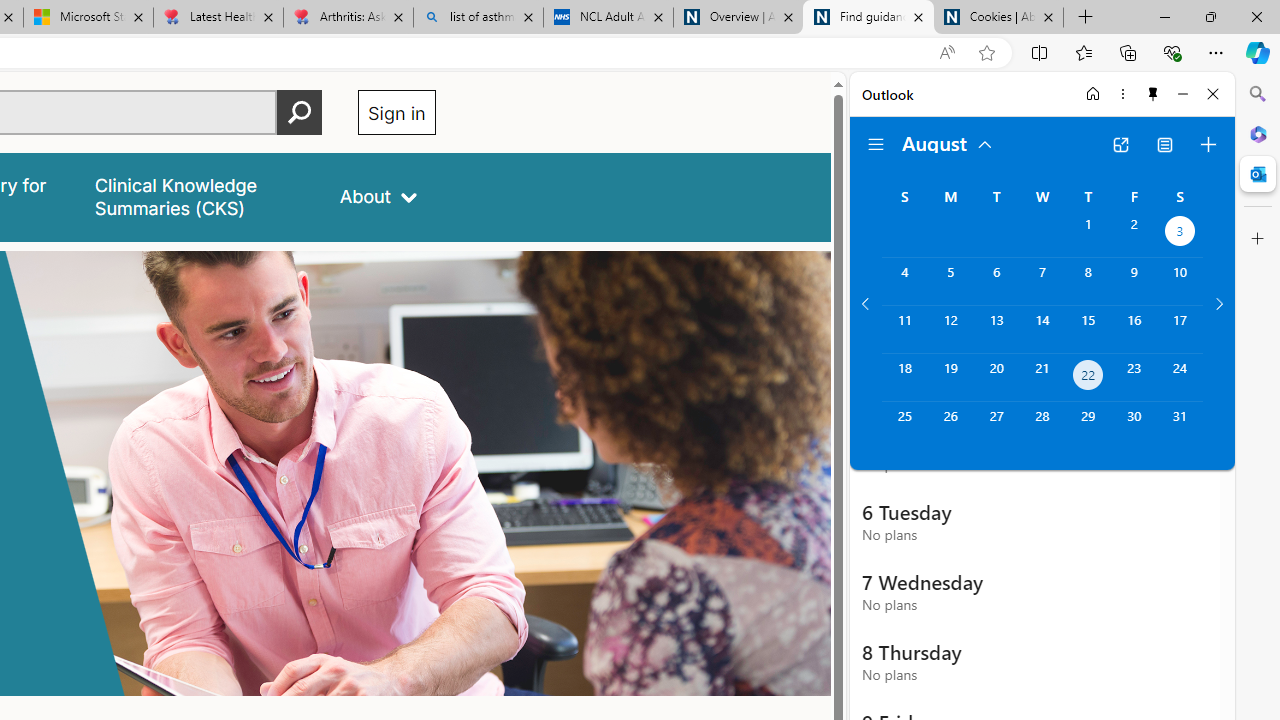  Describe the element at coordinates (1087, 281) in the screenshot. I see `'Thursday, August 8, 2024. '` at that location.